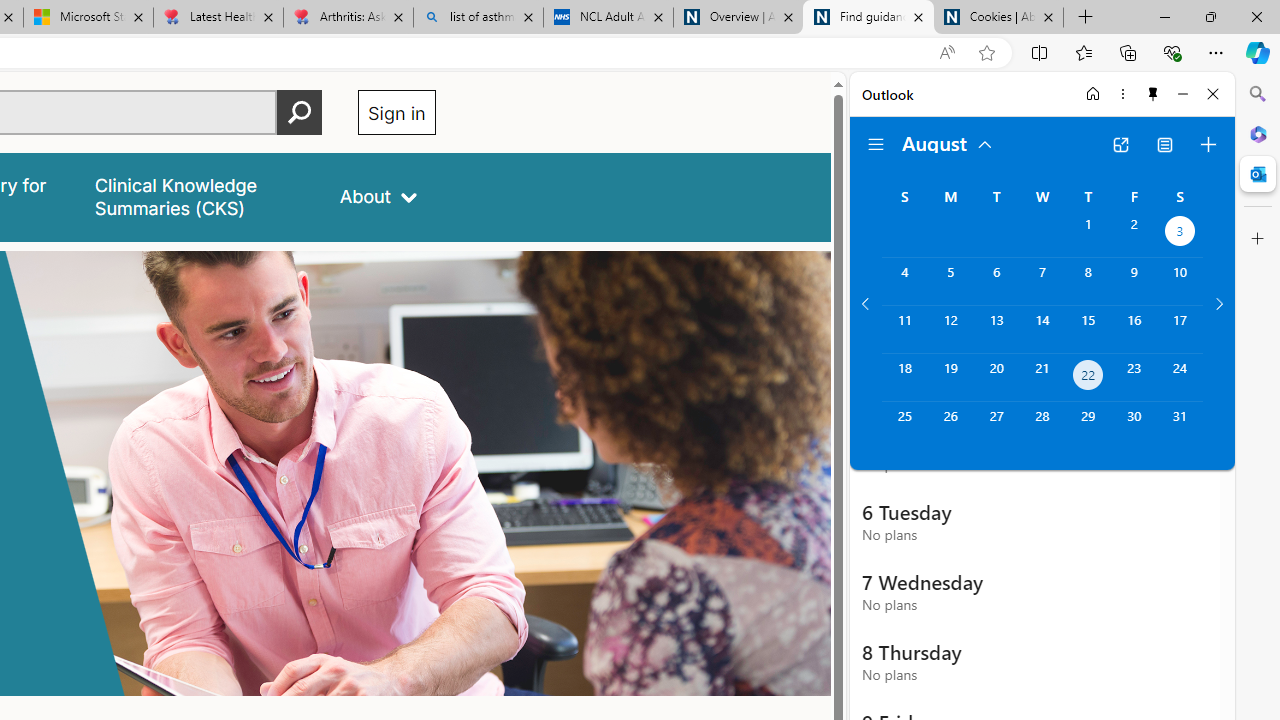  Describe the element at coordinates (1087, 281) in the screenshot. I see `'Thursday, August 8, 2024. '` at that location.